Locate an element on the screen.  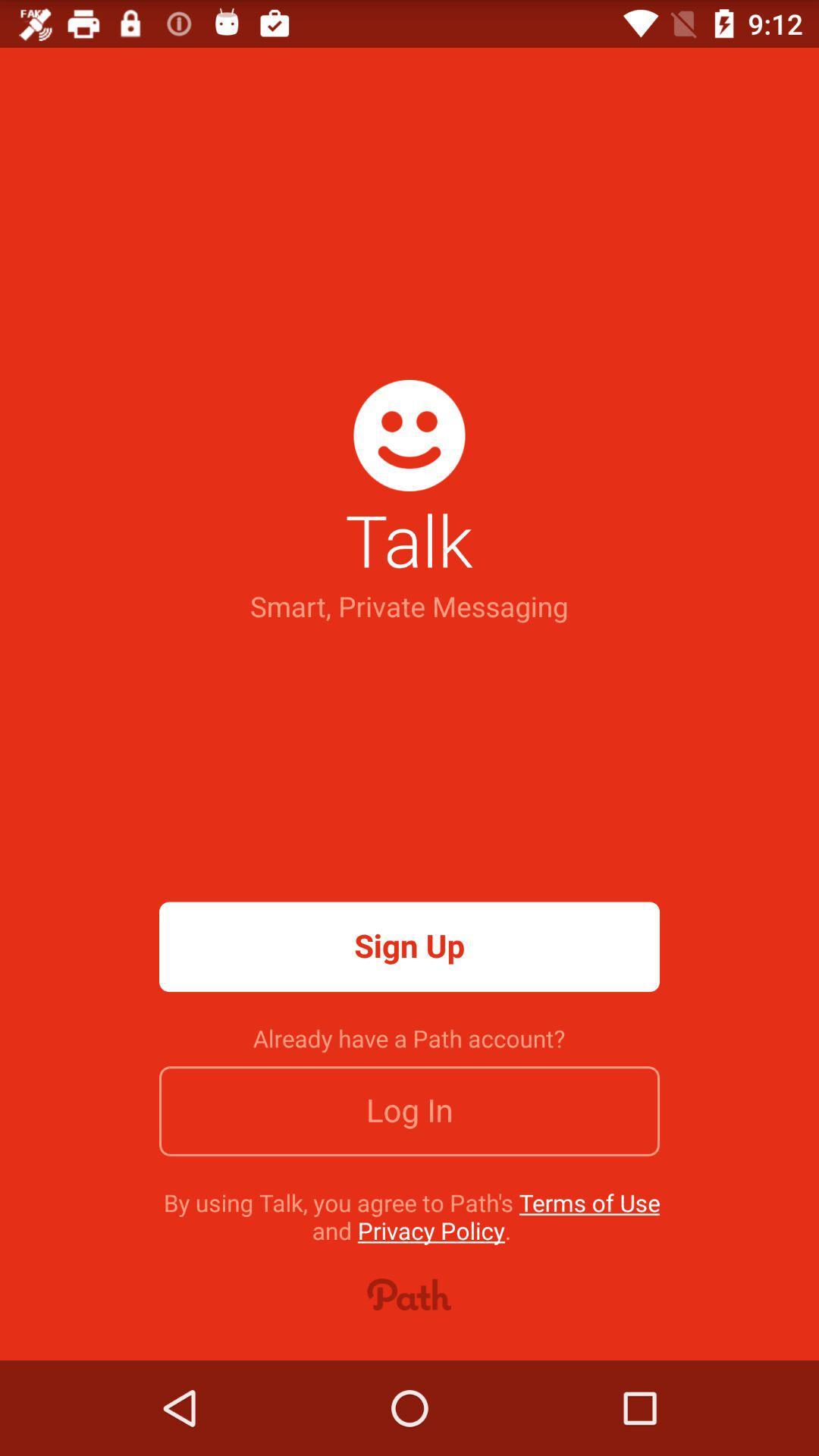
icon above the already have a icon is located at coordinates (409, 946).